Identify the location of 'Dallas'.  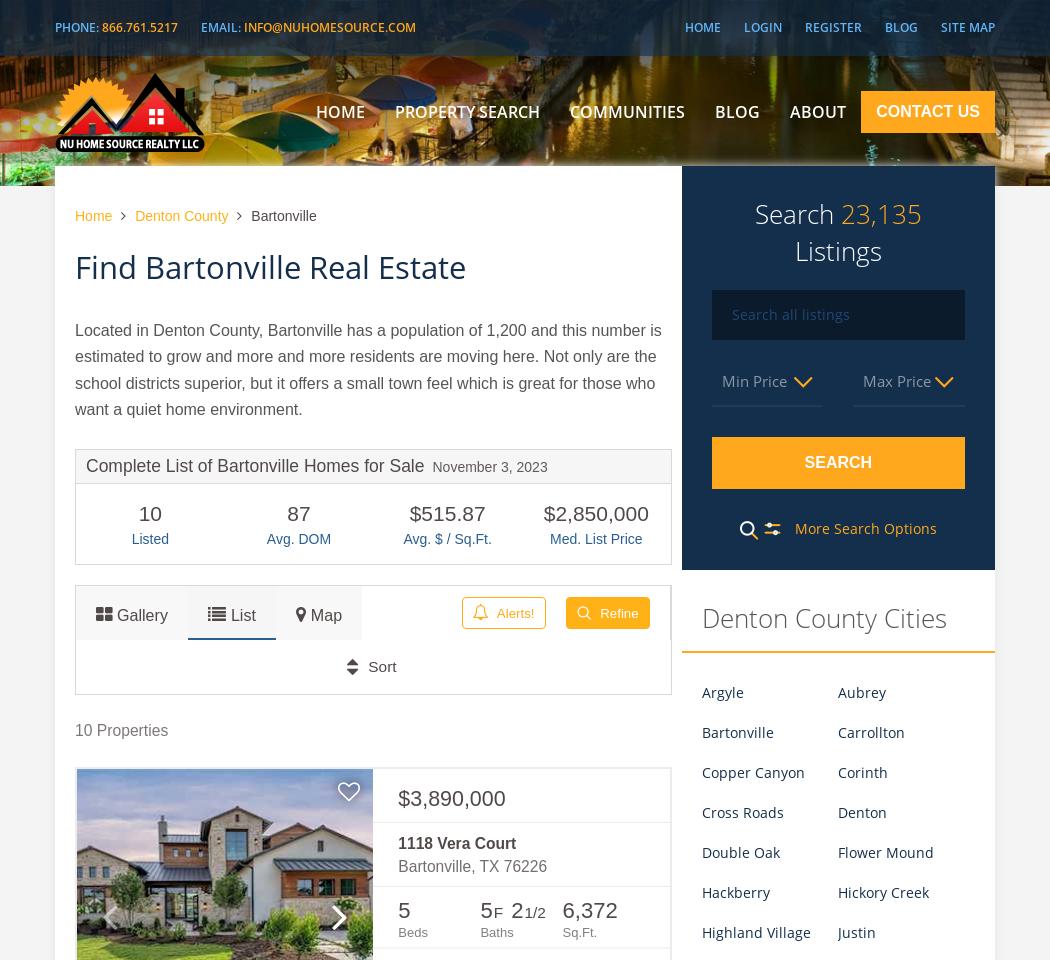
(605, 227).